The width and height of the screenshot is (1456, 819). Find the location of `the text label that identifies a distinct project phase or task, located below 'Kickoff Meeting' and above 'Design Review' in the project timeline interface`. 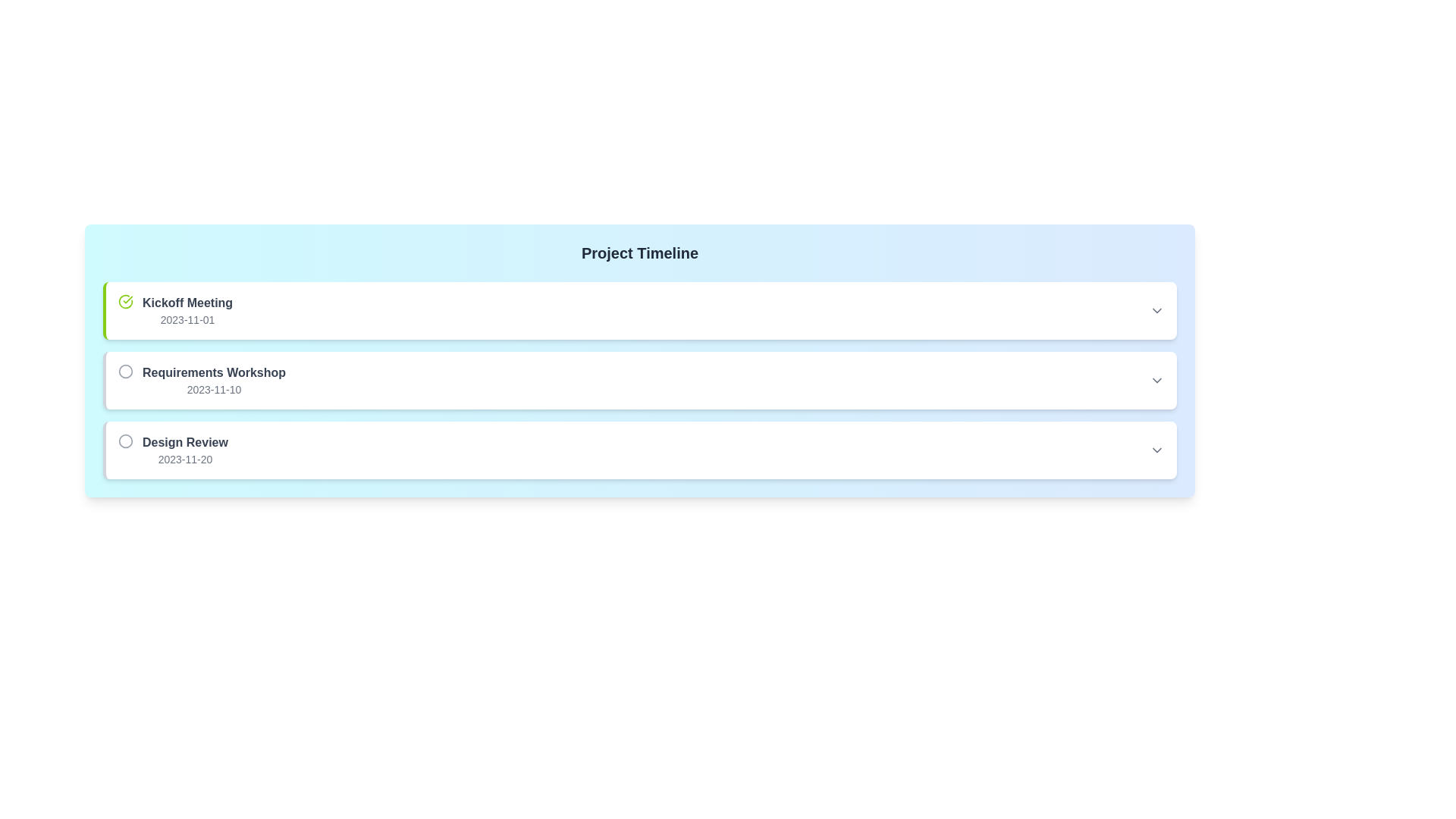

the text label that identifies a distinct project phase or task, located below 'Kickoff Meeting' and above 'Design Review' in the project timeline interface is located at coordinates (213, 373).